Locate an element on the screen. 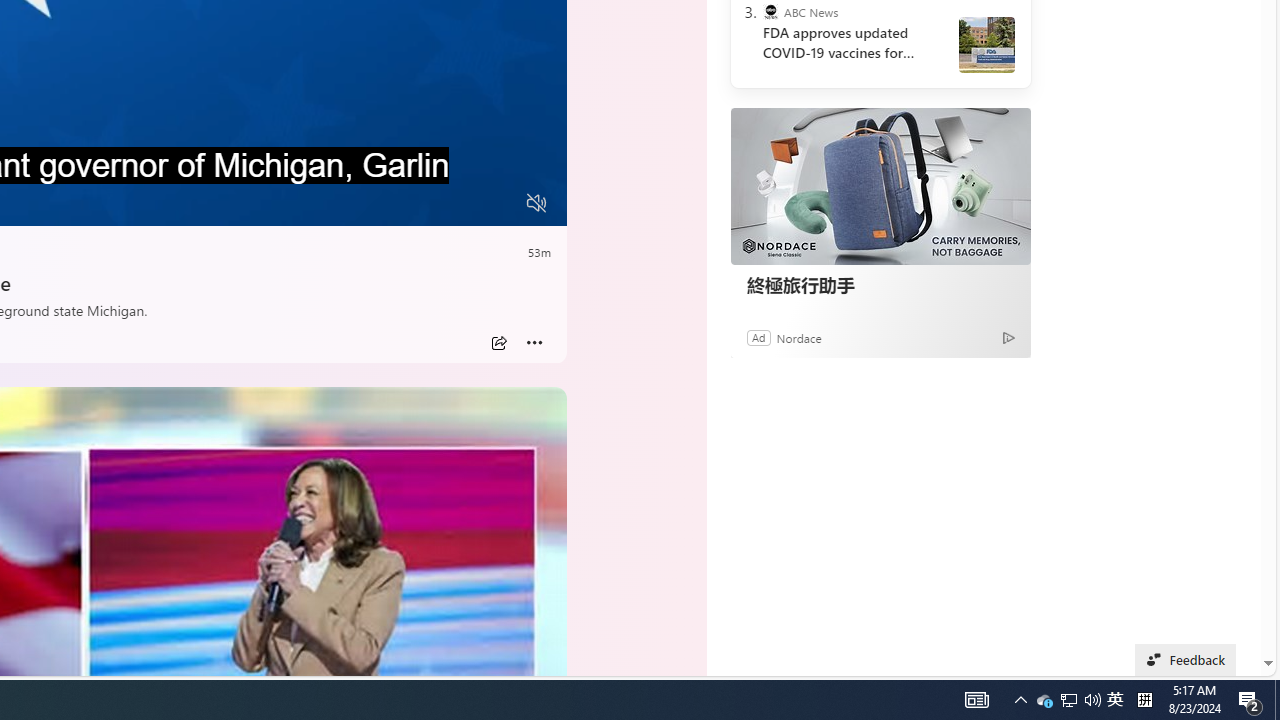  'Share' is located at coordinates (498, 342).